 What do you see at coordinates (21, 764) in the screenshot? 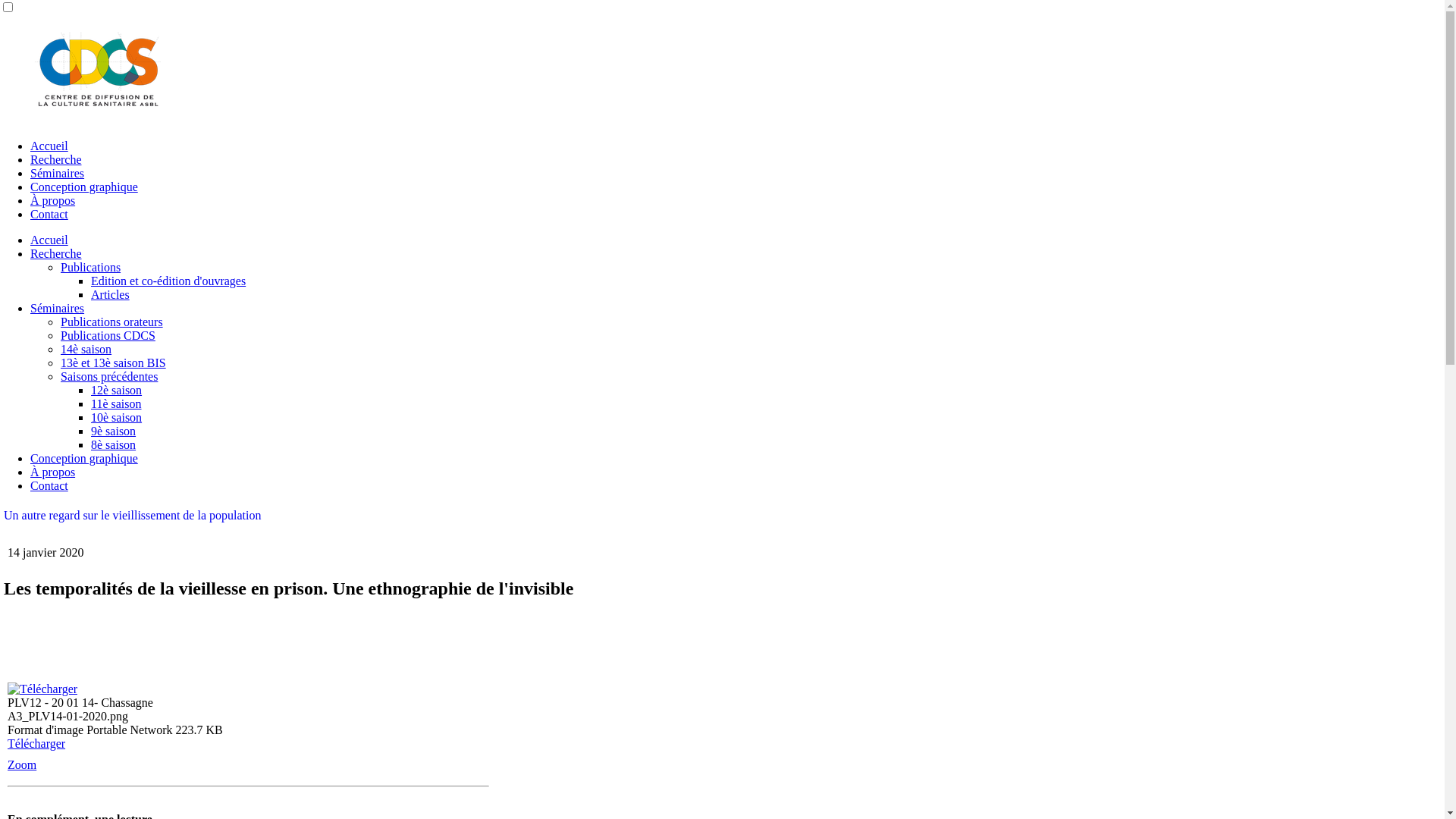
I see `'Zoom'` at bounding box center [21, 764].